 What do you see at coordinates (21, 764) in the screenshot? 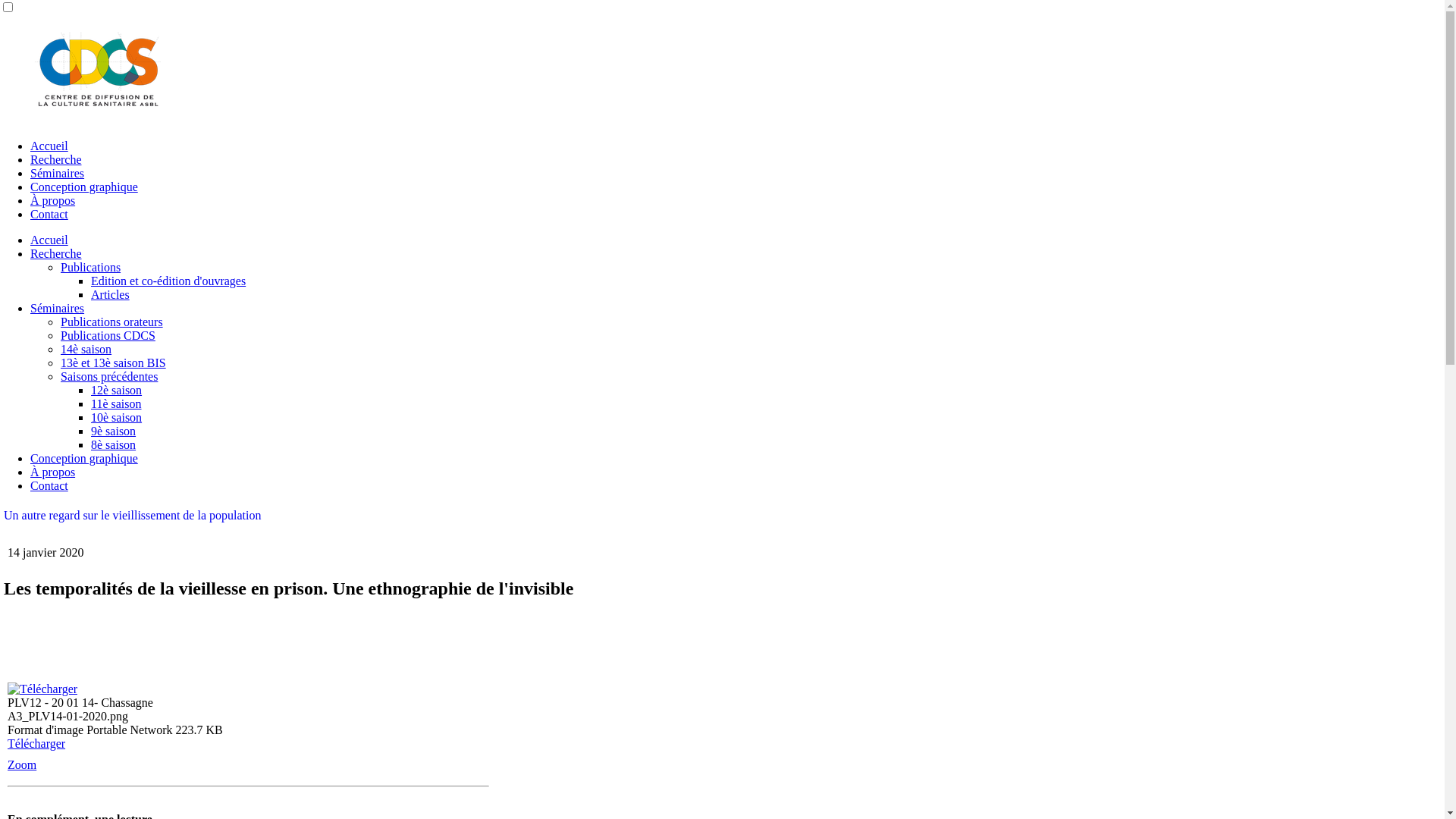
I see `'Zoom'` at bounding box center [21, 764].